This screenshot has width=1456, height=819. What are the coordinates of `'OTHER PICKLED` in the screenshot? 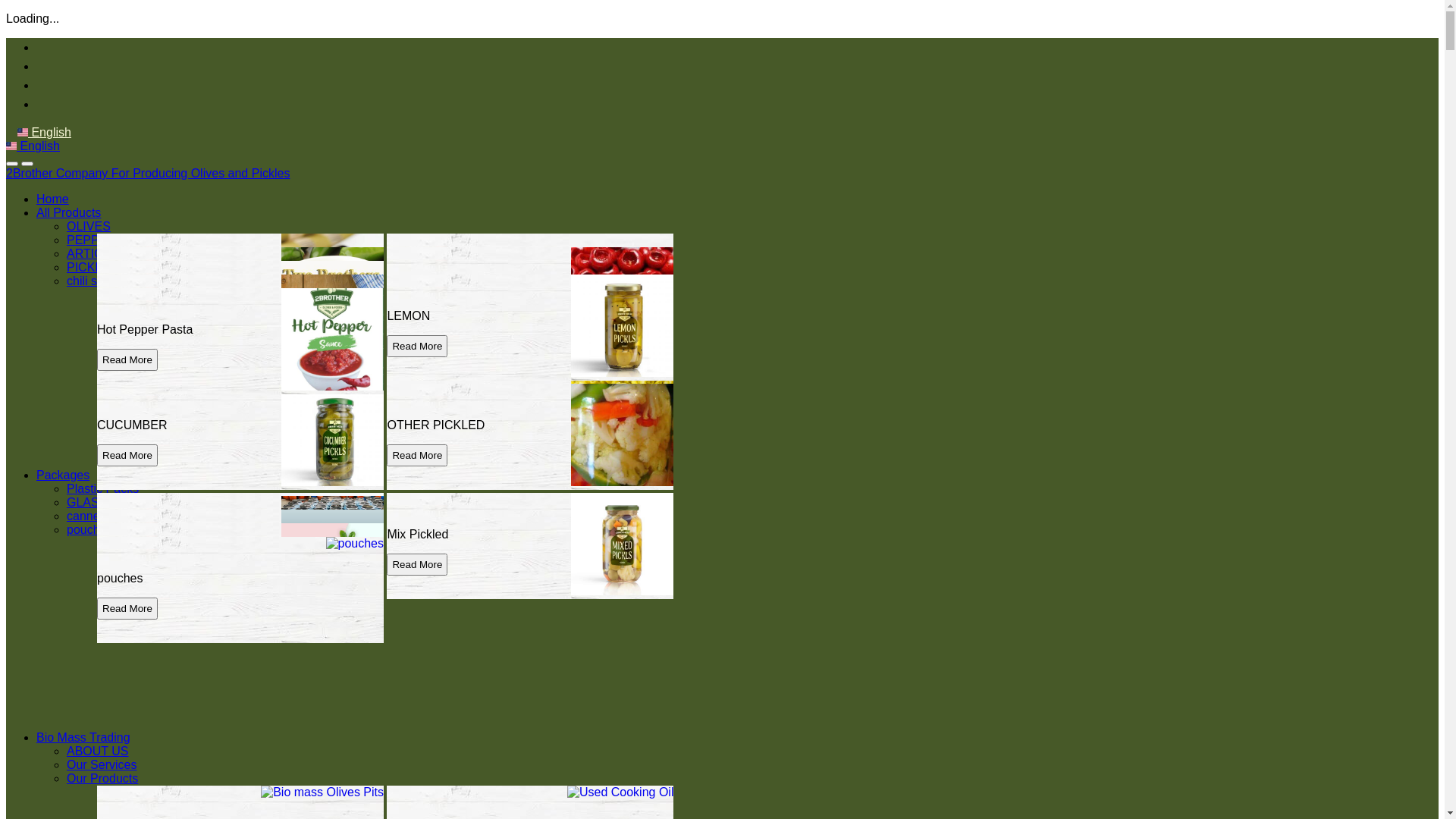 It's located at (530, 436).